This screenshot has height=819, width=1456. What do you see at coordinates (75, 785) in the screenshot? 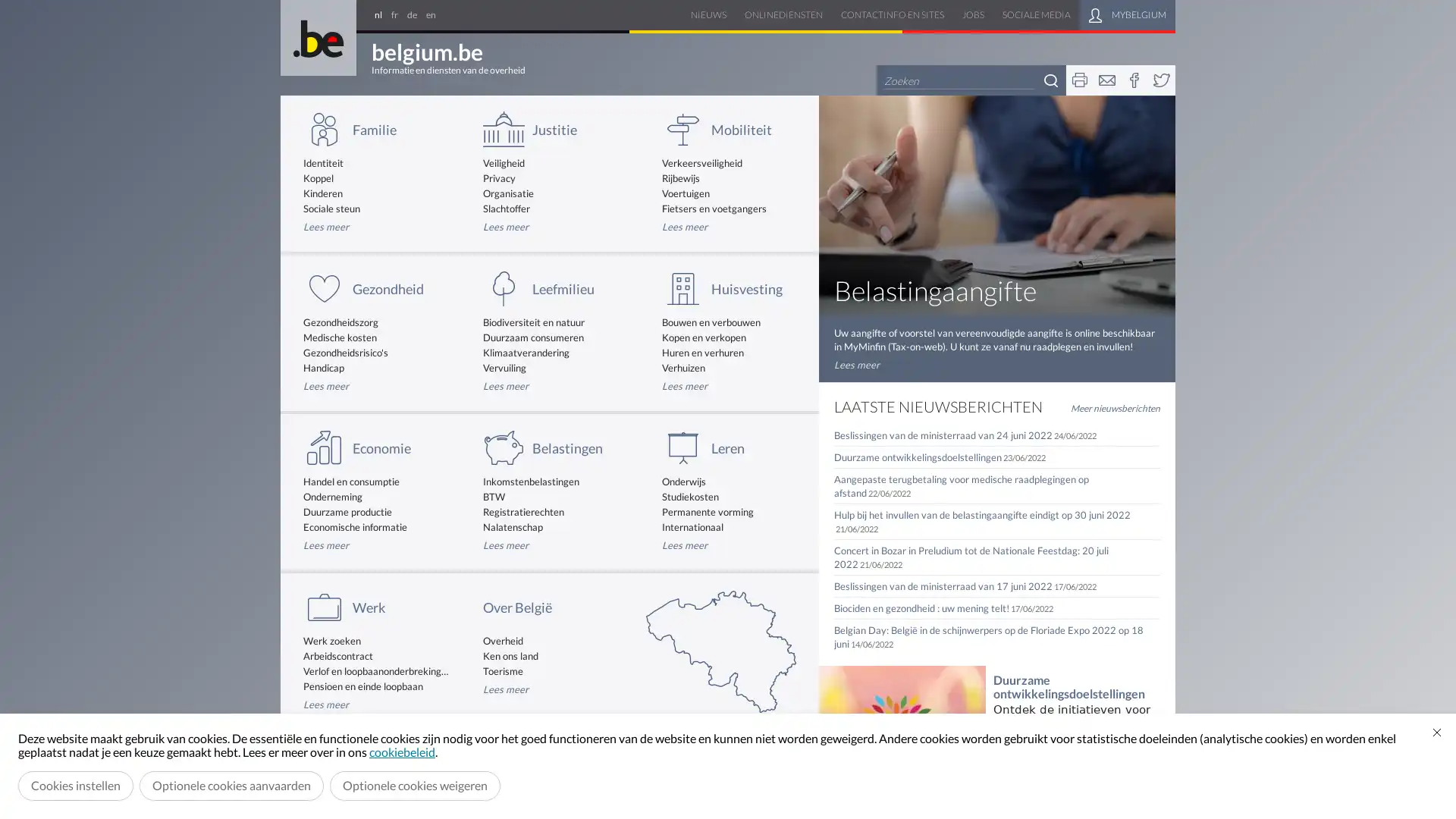
I see `Cookies instellen` at bounding box center [75, 785].